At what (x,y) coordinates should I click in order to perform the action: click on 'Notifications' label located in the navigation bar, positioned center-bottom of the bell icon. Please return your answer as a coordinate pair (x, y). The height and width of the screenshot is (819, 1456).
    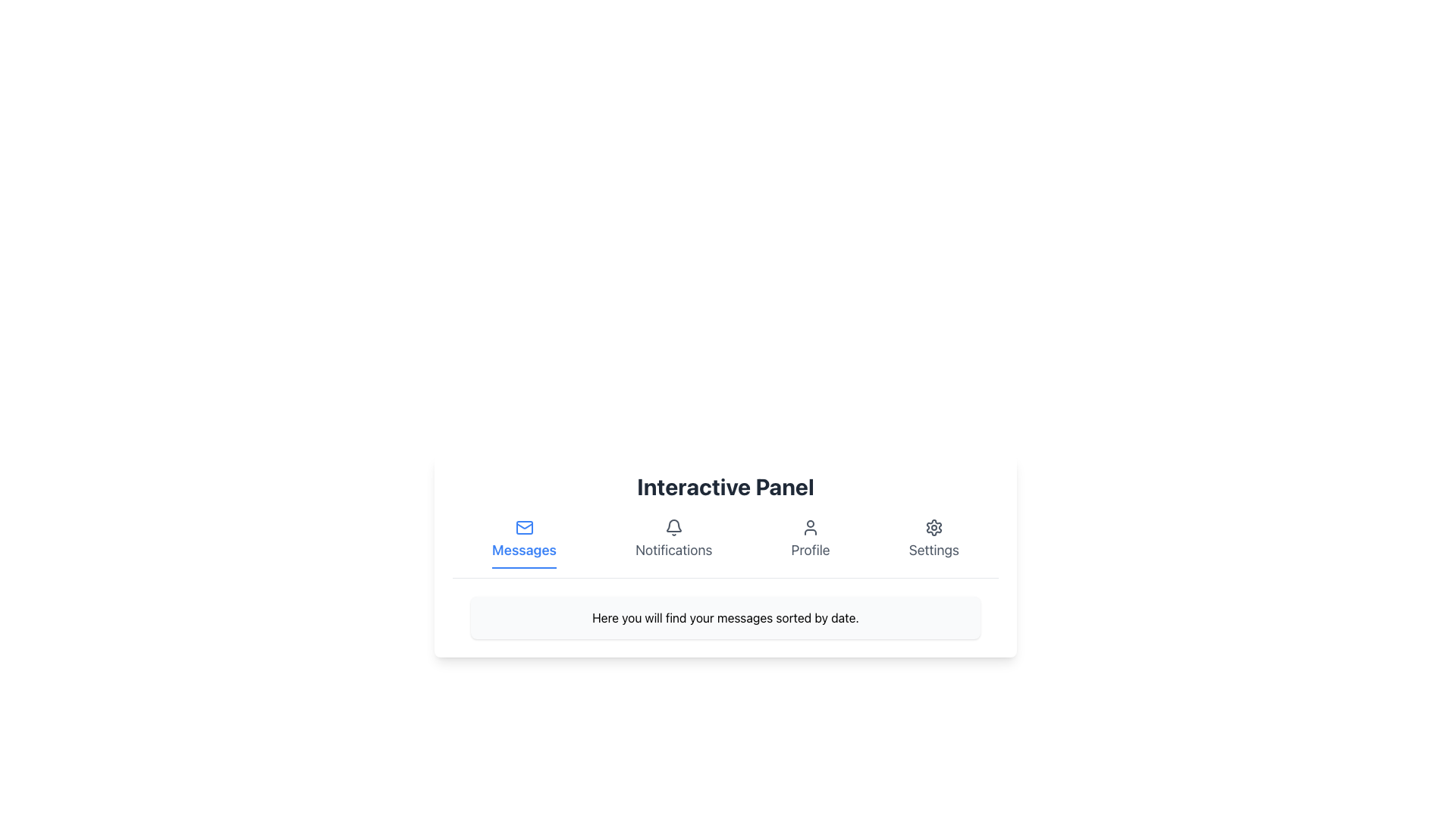
    Looking at the image, I should click on (673, 550).